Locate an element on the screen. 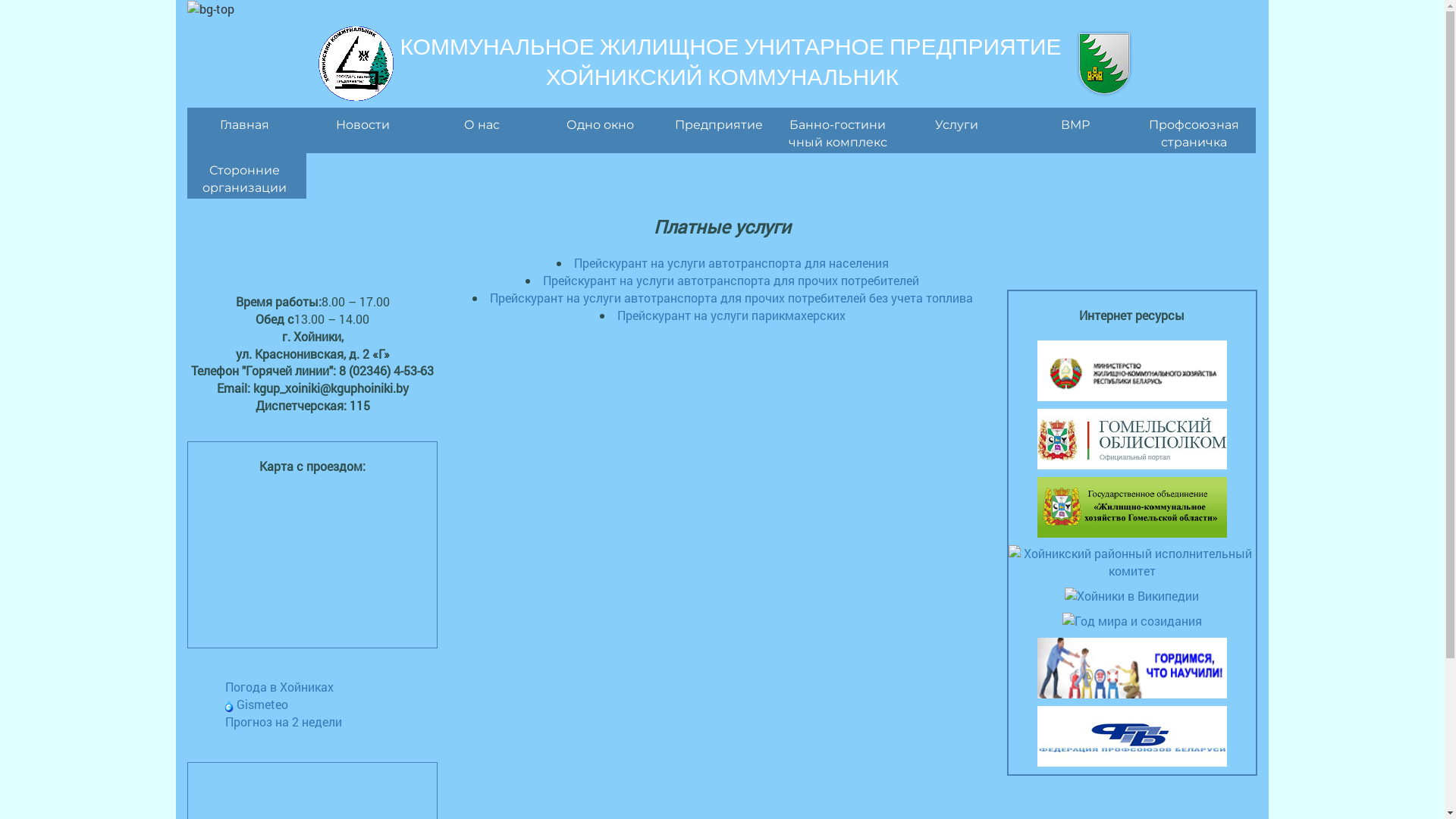  'Gismeteo' is located at coordinates (256, 704).